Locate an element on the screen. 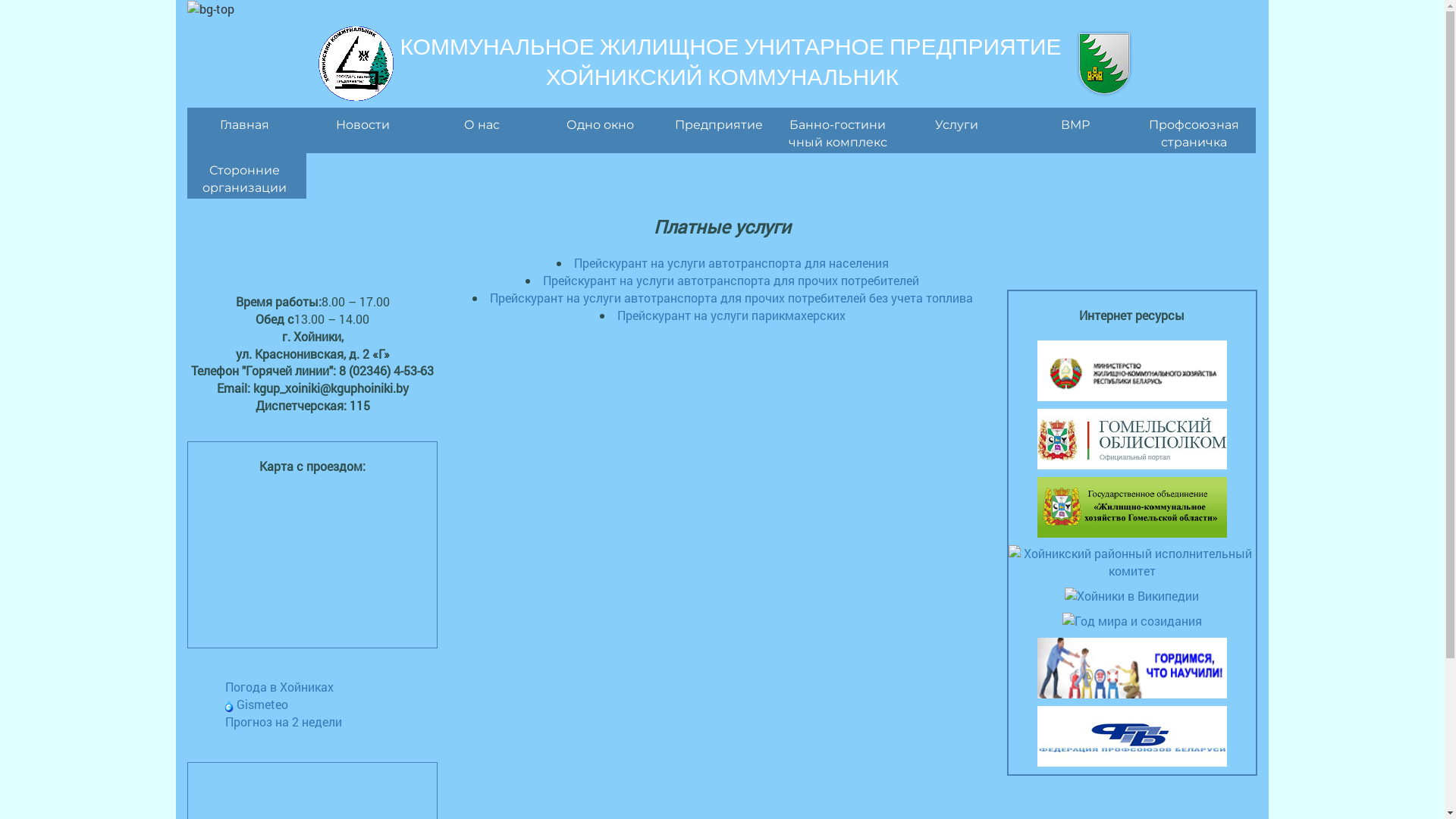  'Gismeteo' is located at coordinates (256, 704).